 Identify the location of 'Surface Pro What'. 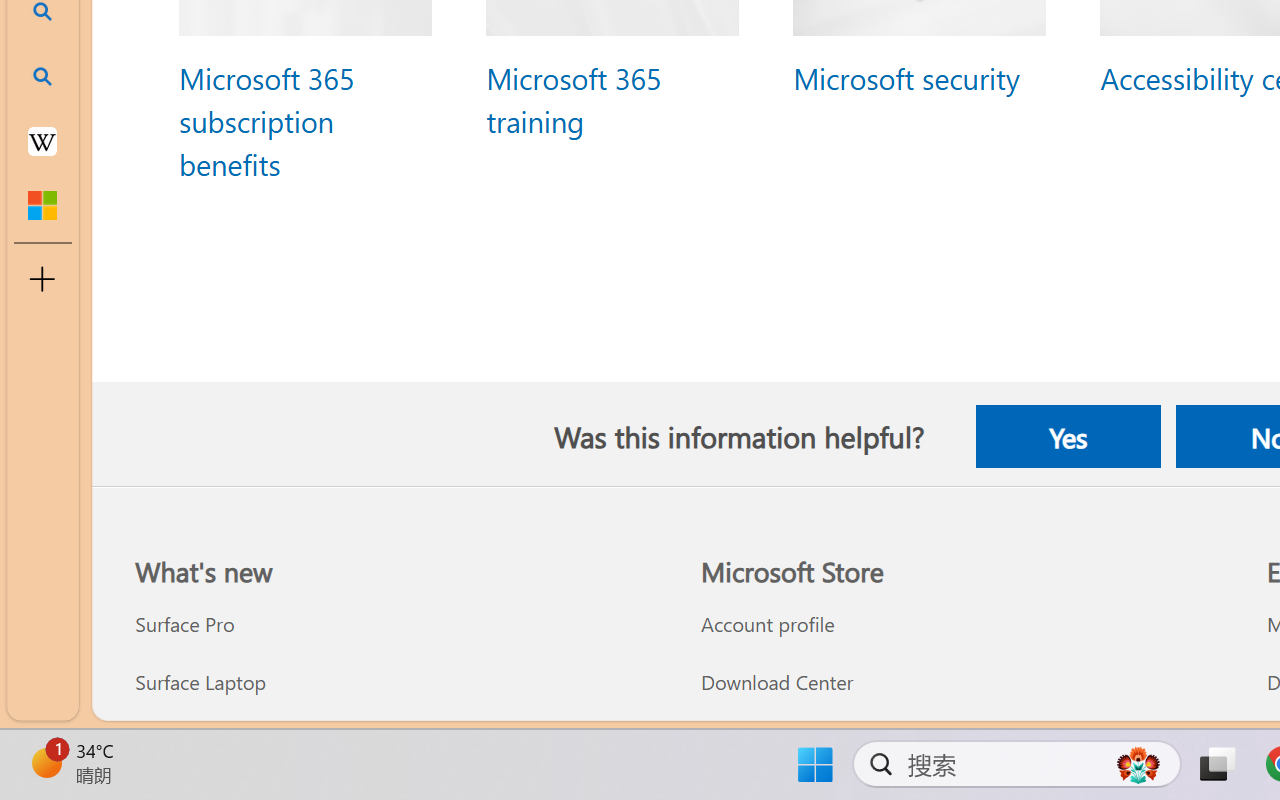
(184, 624).